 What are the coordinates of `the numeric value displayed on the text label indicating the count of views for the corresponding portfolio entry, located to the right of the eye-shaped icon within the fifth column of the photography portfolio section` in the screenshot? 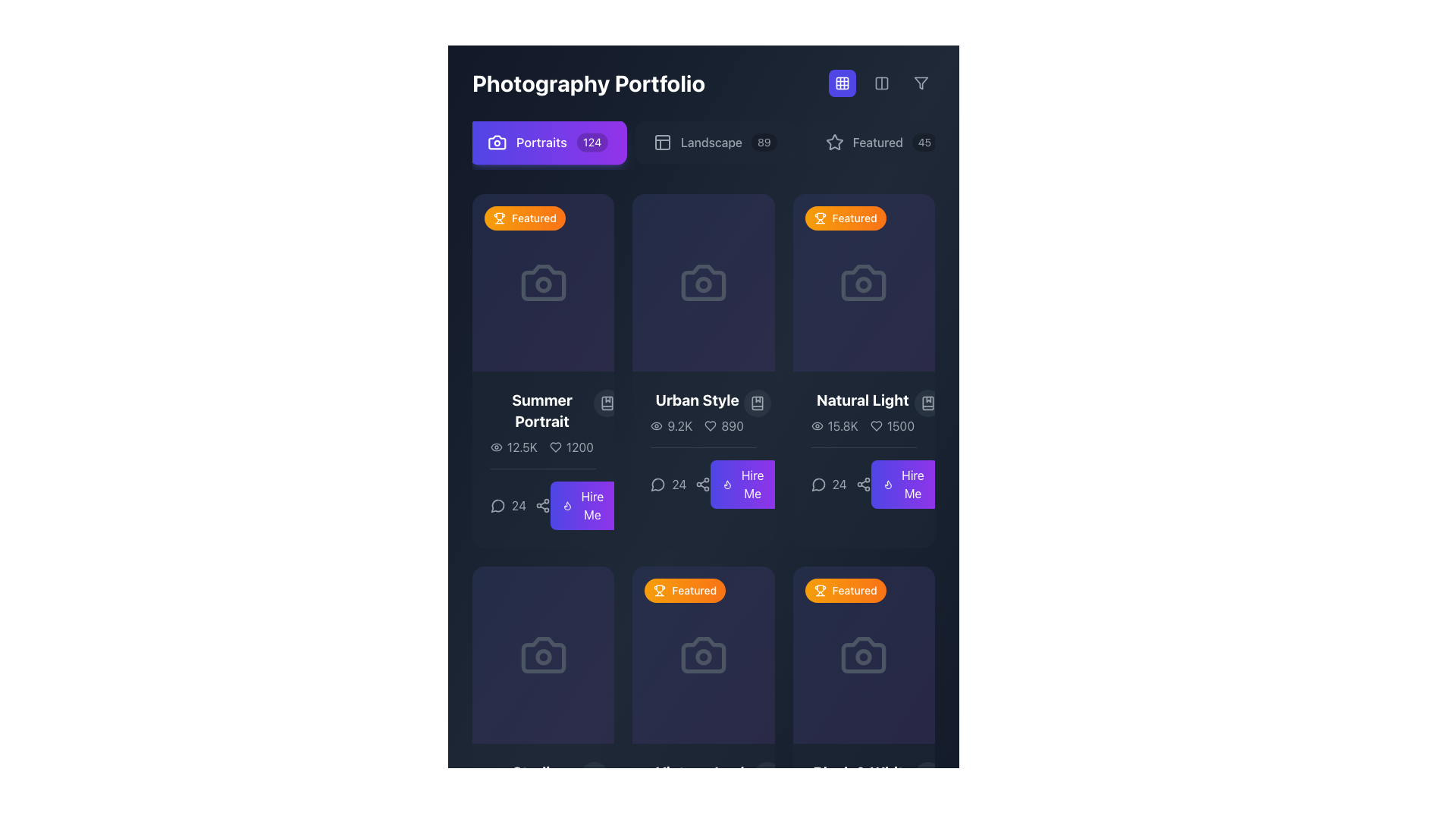 It's located at (682, 798).